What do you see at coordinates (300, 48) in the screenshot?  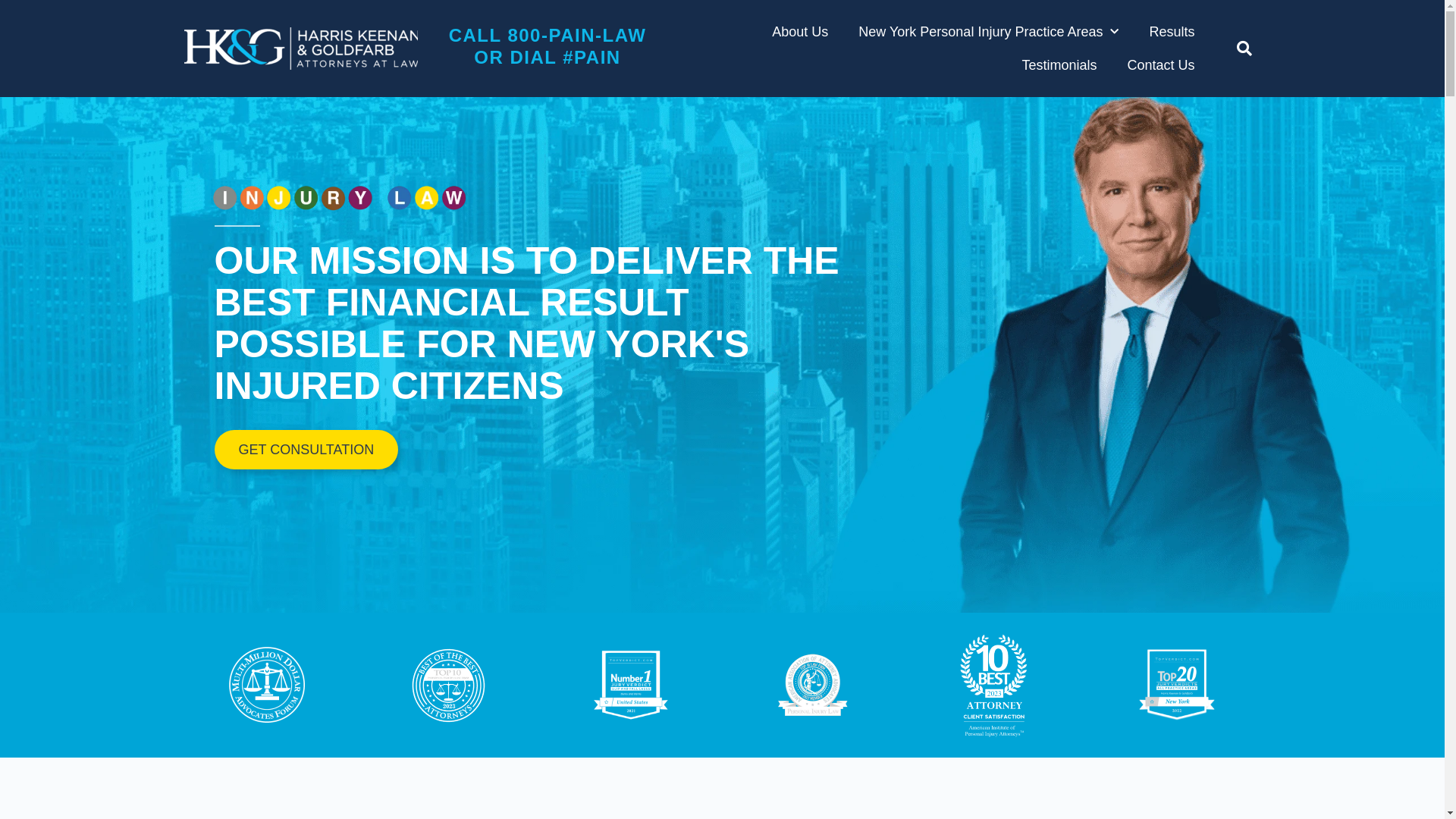 I see `'HKGLogo_blue.png'` at bounding box center [300, 48].